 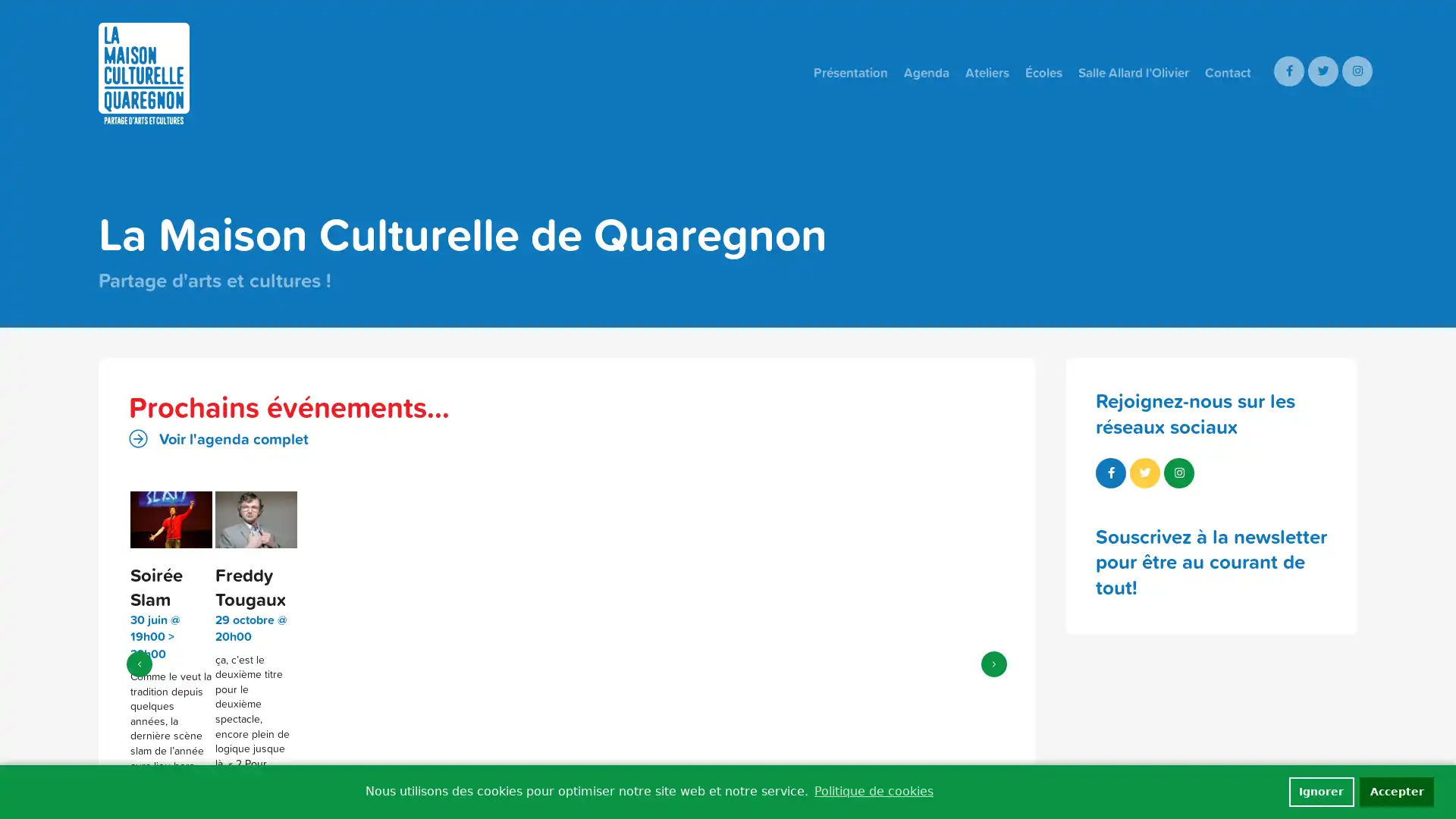 I want to click on Accepter, so click(x=1396, y=791).